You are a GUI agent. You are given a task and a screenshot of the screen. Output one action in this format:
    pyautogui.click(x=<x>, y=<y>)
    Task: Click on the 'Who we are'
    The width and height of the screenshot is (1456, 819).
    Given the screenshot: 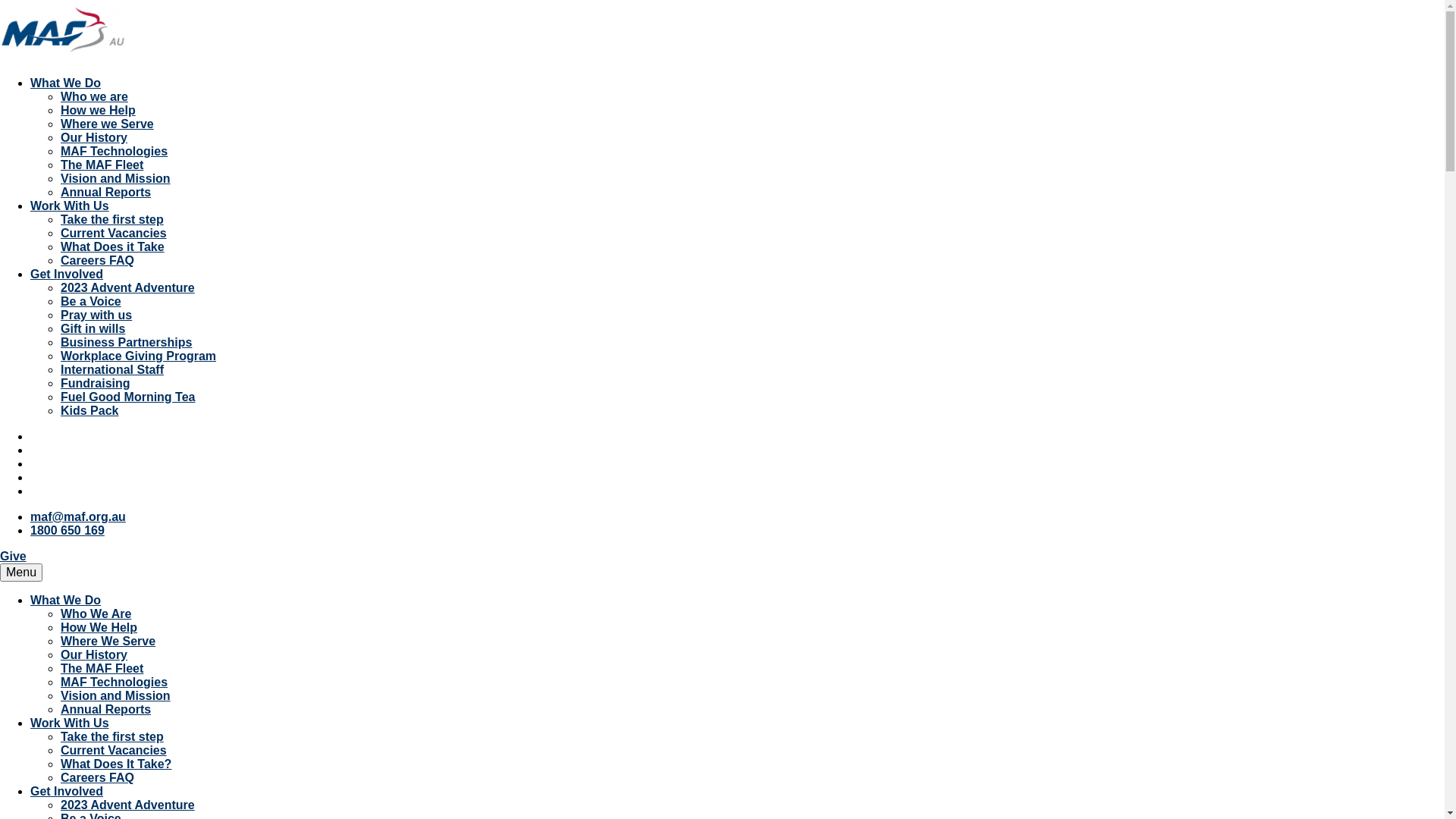 What is the action you would take?
    pyautogui.click(x=93, y=96)
    